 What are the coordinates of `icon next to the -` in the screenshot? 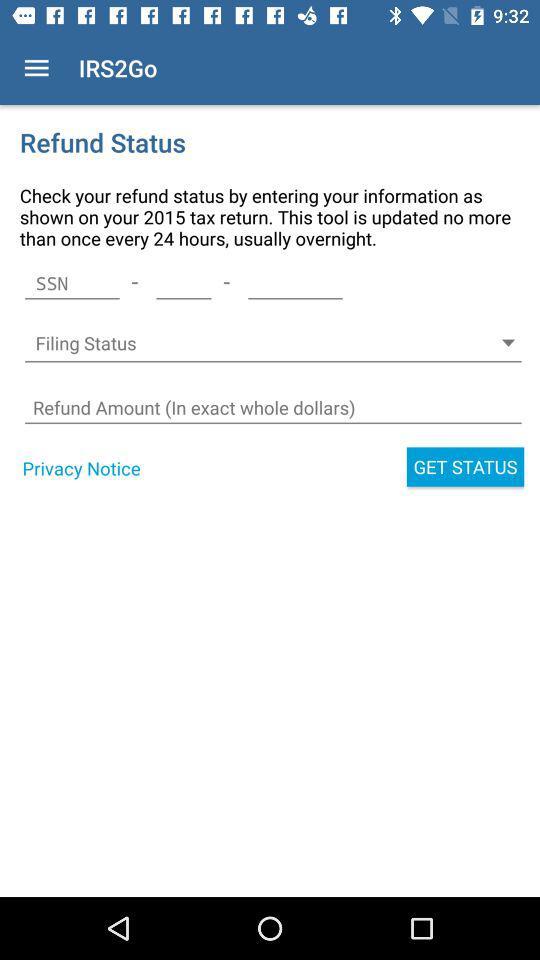 It's located at (183, 282).